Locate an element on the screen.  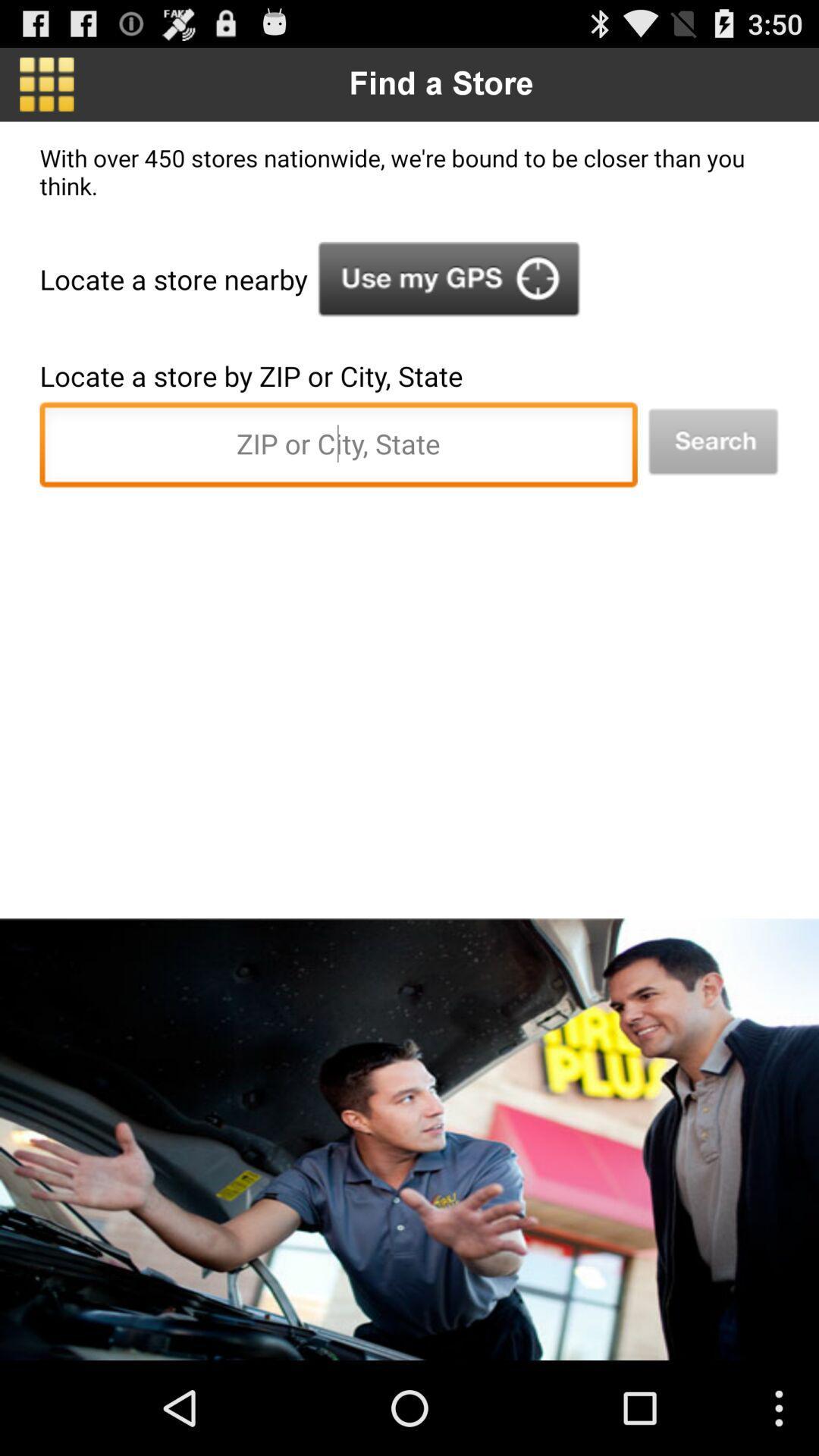
item next to locate a store app is located at coordinates (448, 279).